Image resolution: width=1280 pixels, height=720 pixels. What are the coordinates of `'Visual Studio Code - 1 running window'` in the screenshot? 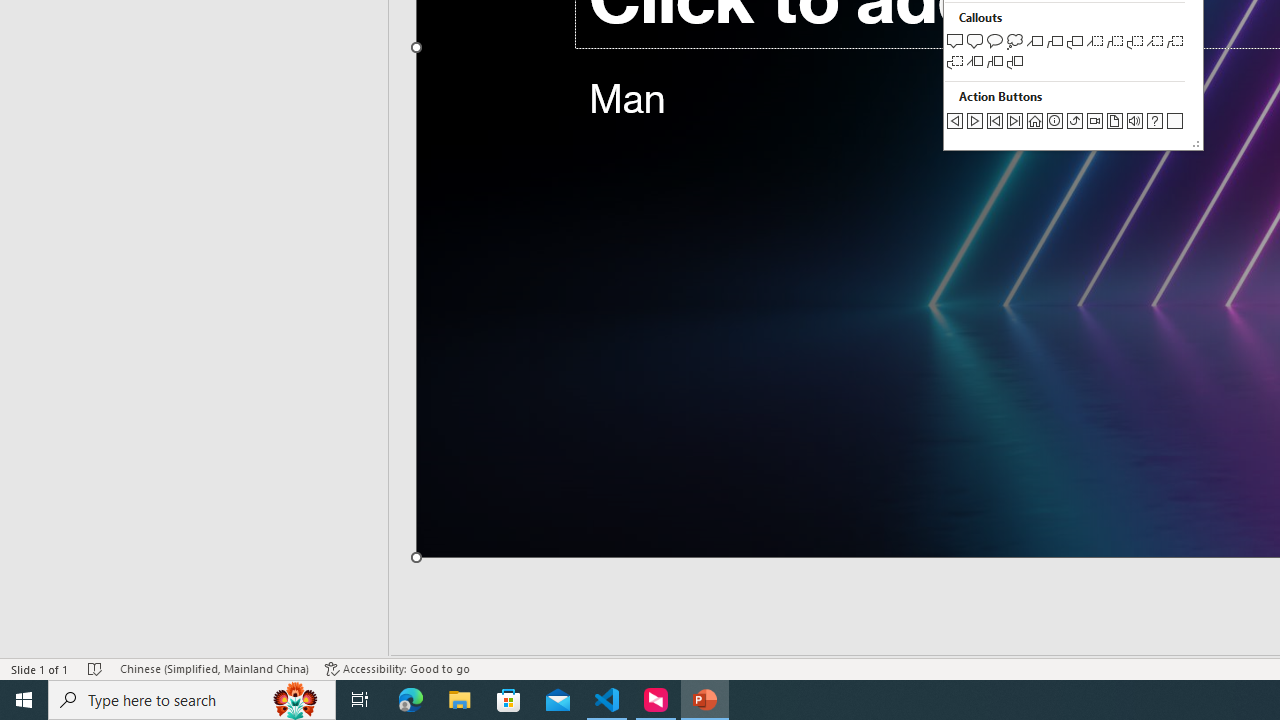 It's located at (606, 698).